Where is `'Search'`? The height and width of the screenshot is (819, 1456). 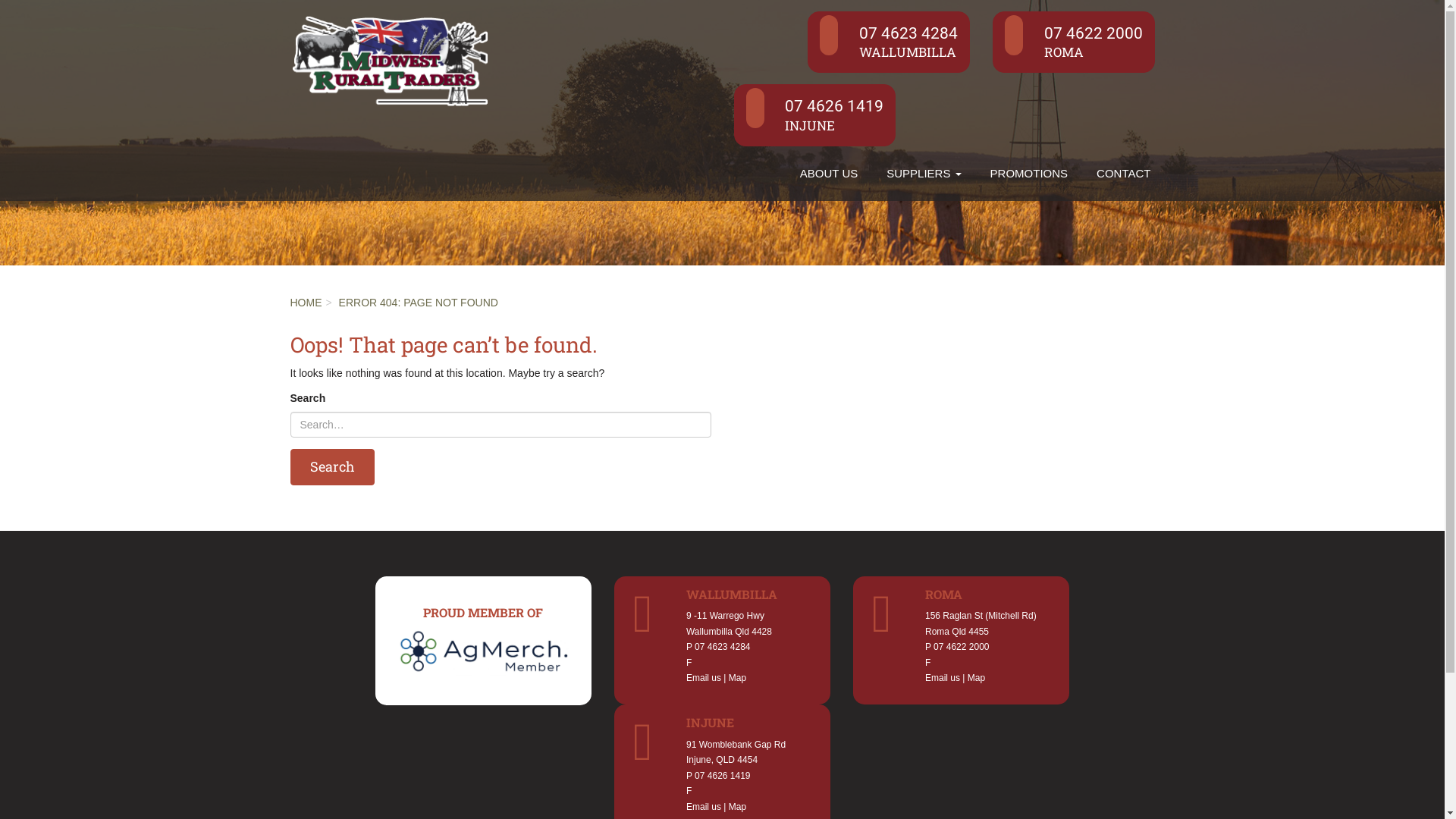
'Search' is located at coordinates (290, 466).